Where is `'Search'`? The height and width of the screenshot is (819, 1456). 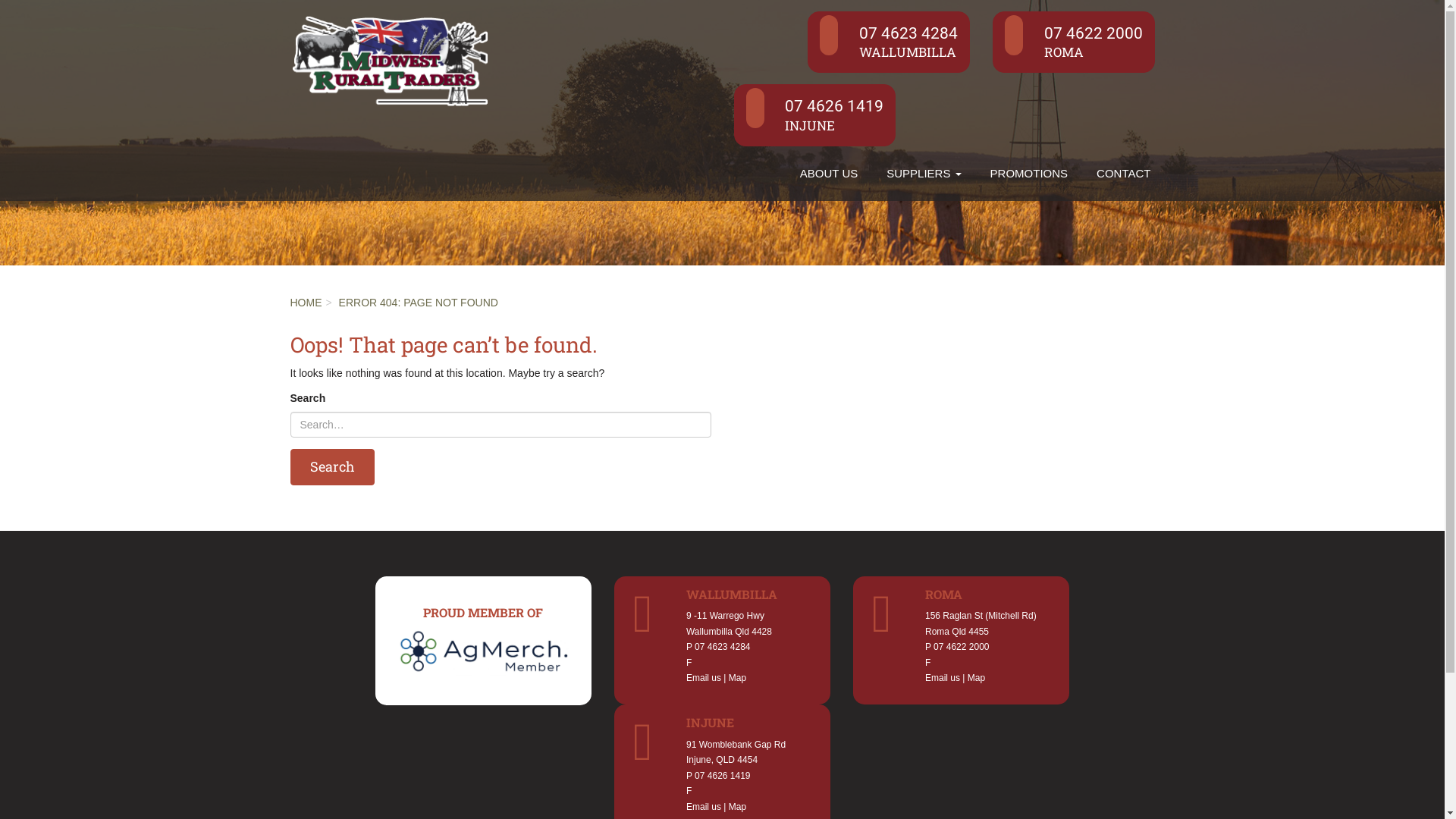
'Search' is located at coordinates (290, 466).